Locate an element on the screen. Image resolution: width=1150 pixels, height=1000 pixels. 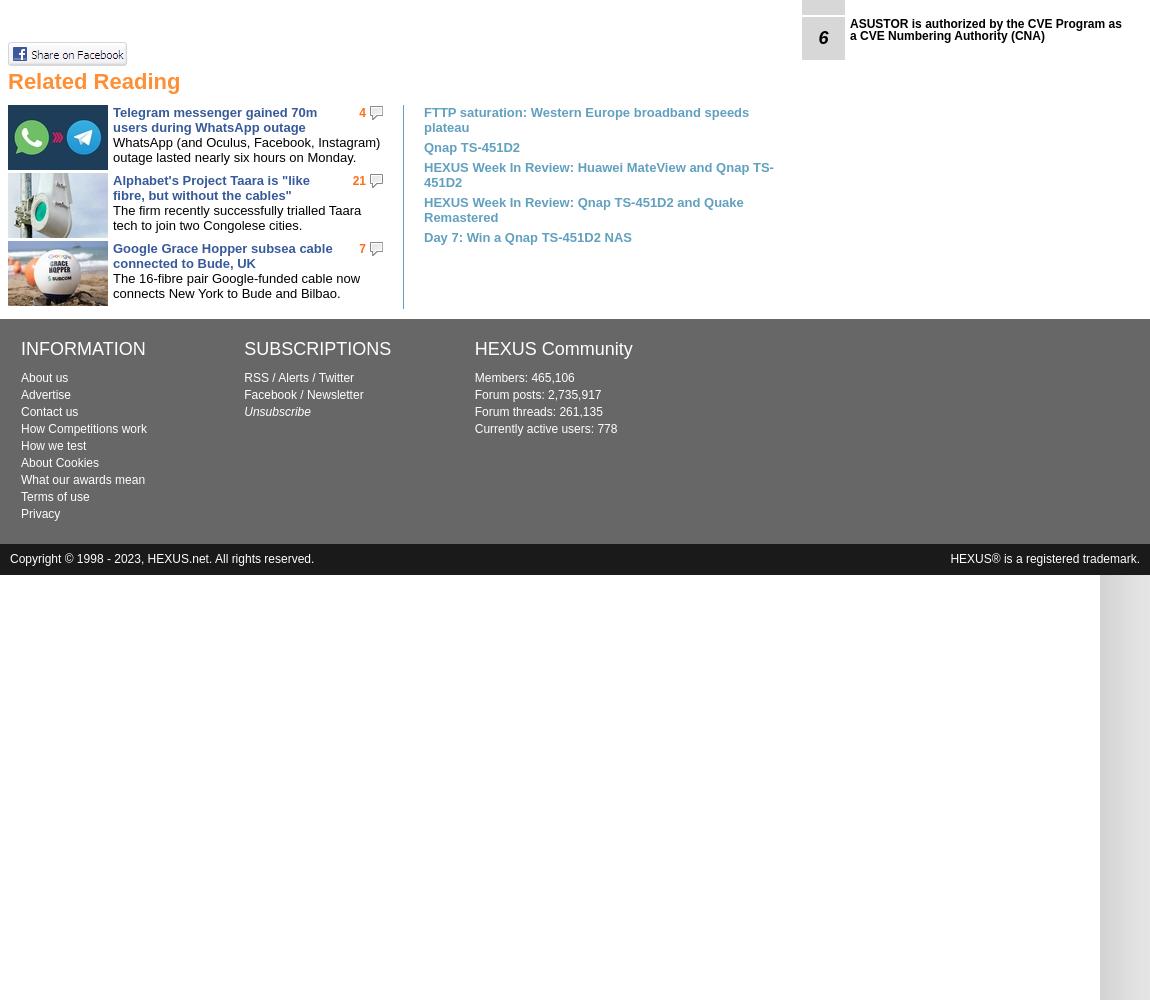
'Facebook' is located at coordinates (269, 395).